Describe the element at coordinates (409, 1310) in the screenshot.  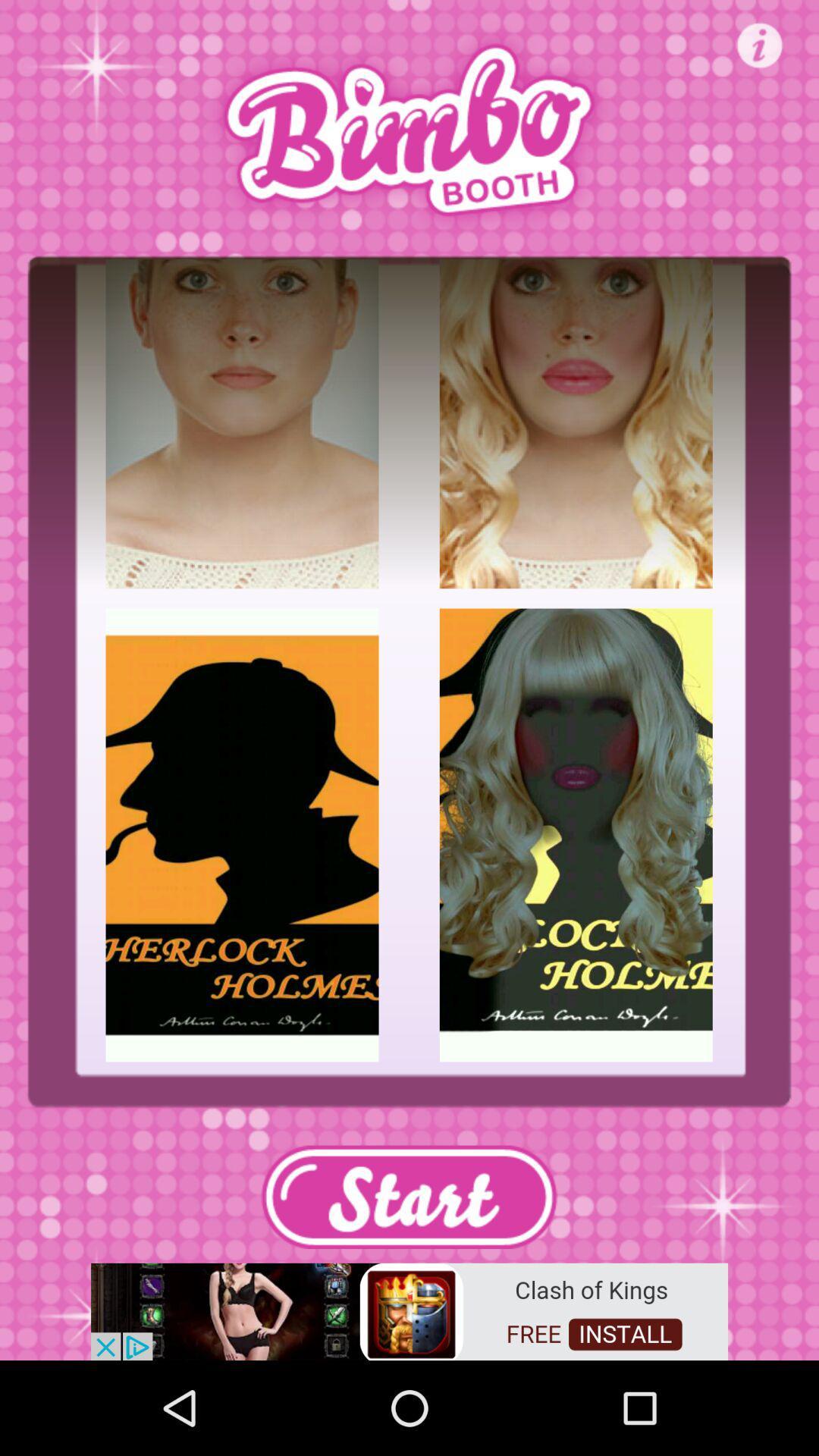
I see `view advertisement` at that location.